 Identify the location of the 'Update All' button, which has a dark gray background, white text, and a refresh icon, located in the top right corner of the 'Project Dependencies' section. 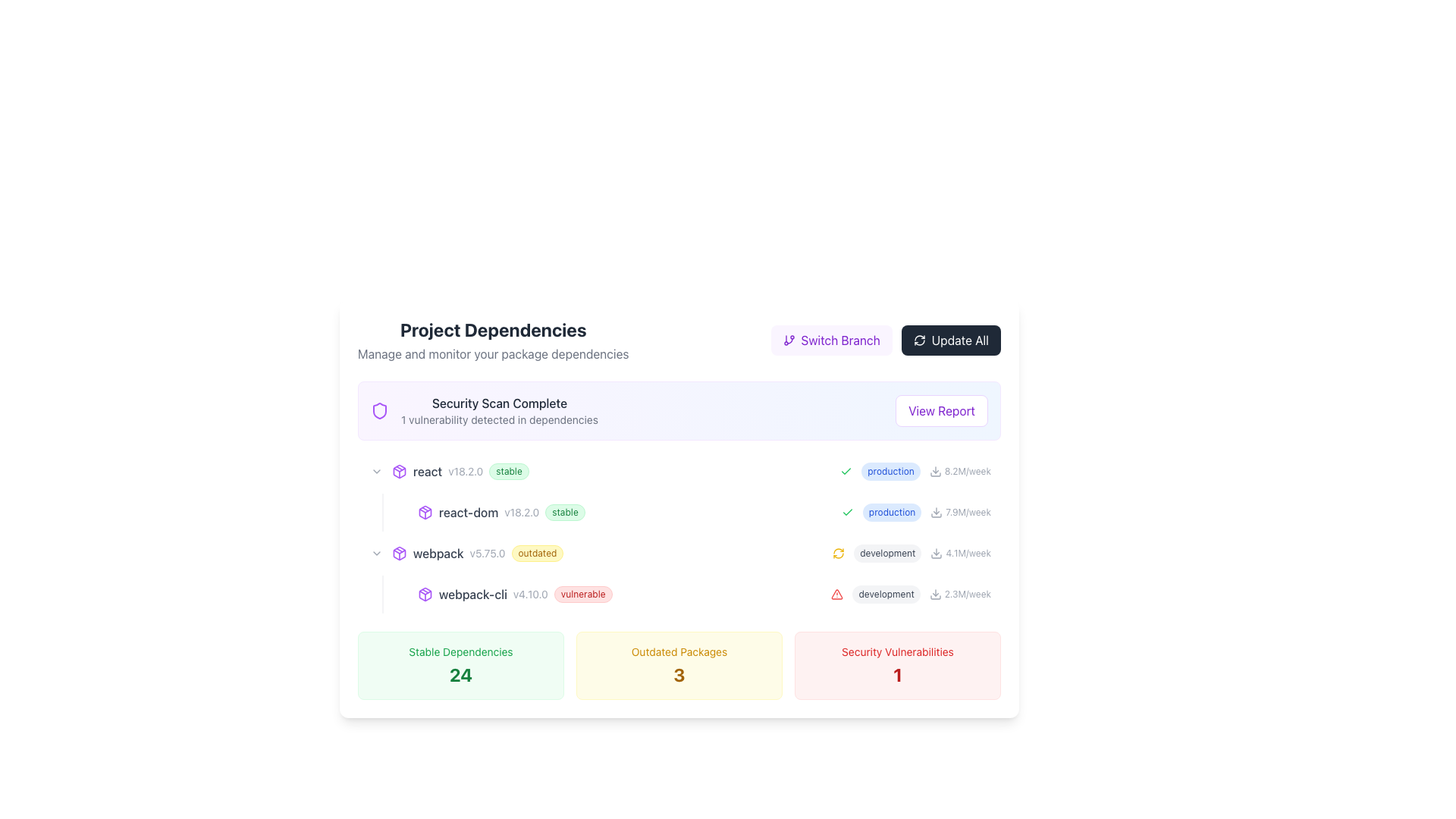
(950, 339).